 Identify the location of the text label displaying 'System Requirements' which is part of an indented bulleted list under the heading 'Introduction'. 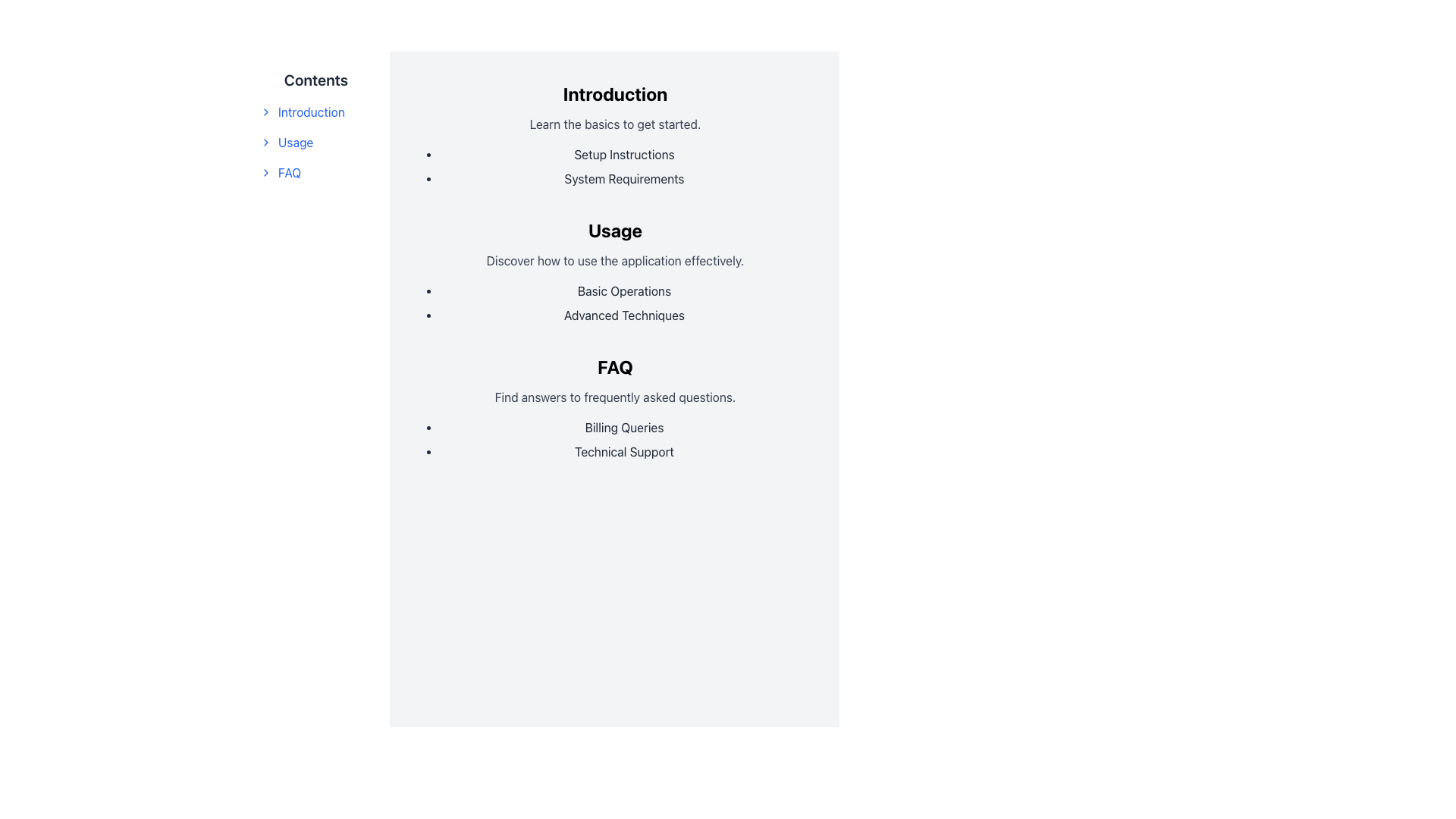
(624, 177).